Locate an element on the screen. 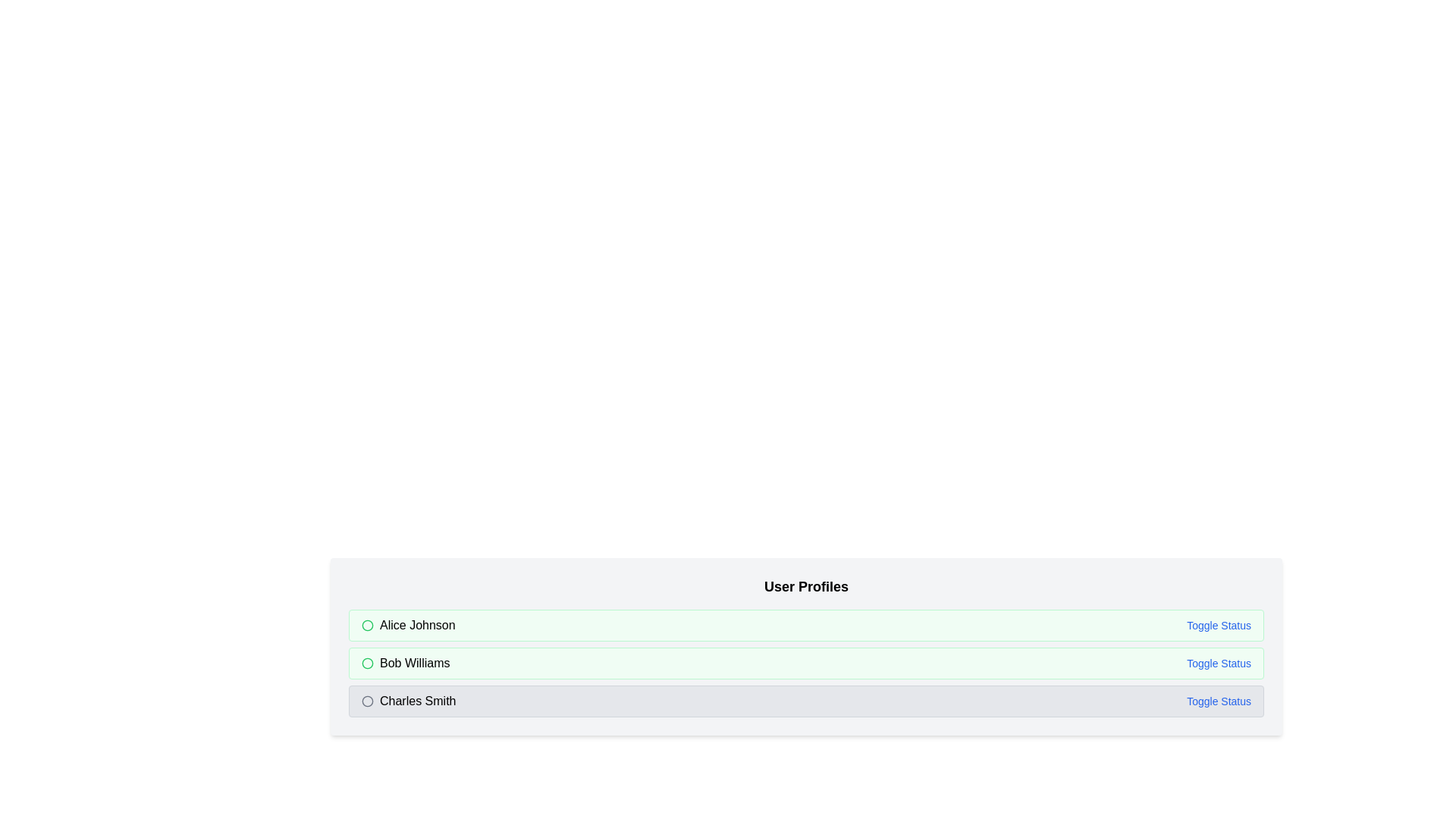 The height and width of the screenshot is (819, 1456). the 'Toggle Status' text link, which is styled in blue with an underline effect and is located to the right of the 'Charles Smith' profile row is located at coordinates (1219, 701).